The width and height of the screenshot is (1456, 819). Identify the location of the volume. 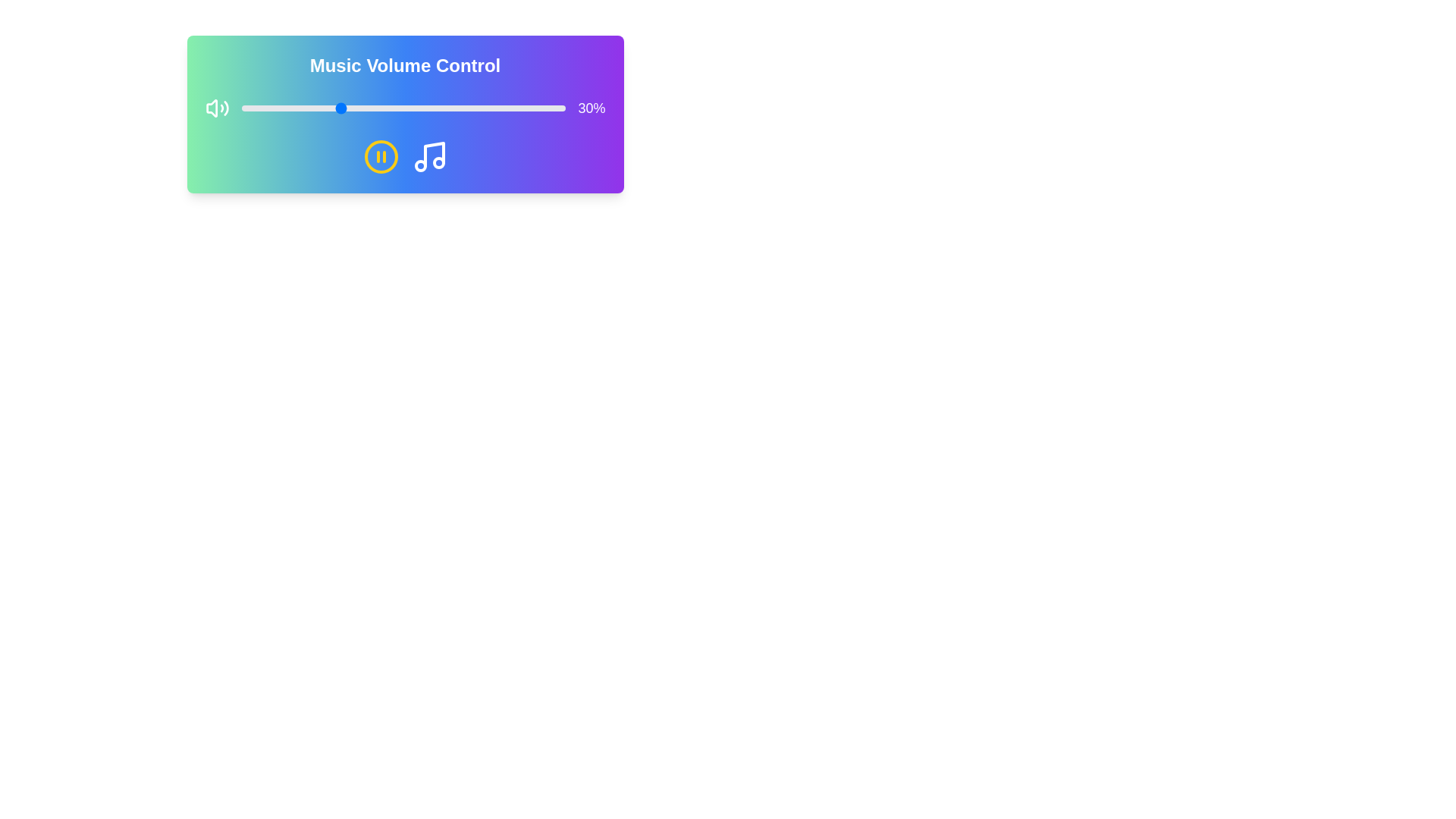
(357, 107).